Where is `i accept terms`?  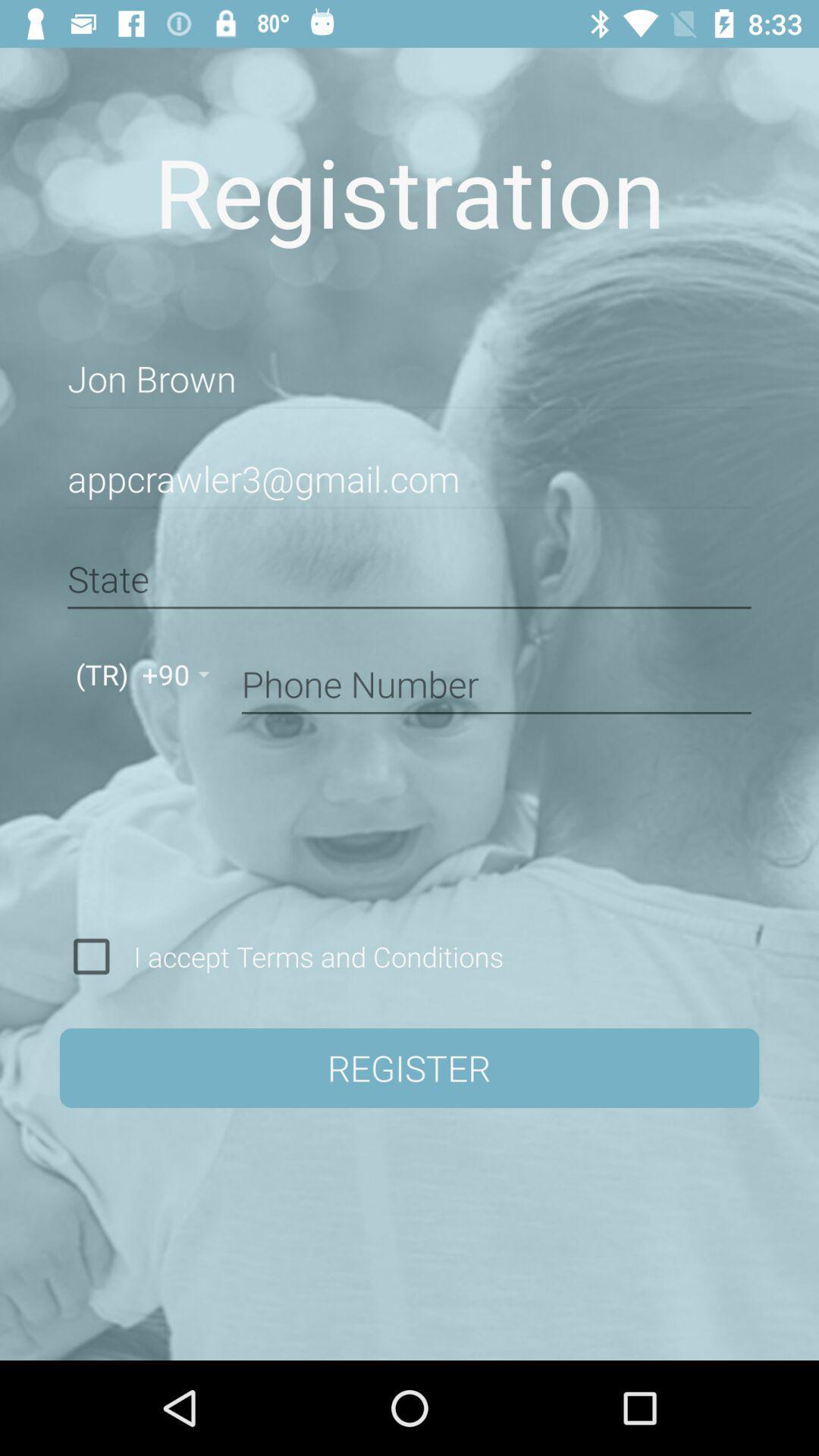
i accept terms is located at coordinates (312, 955).